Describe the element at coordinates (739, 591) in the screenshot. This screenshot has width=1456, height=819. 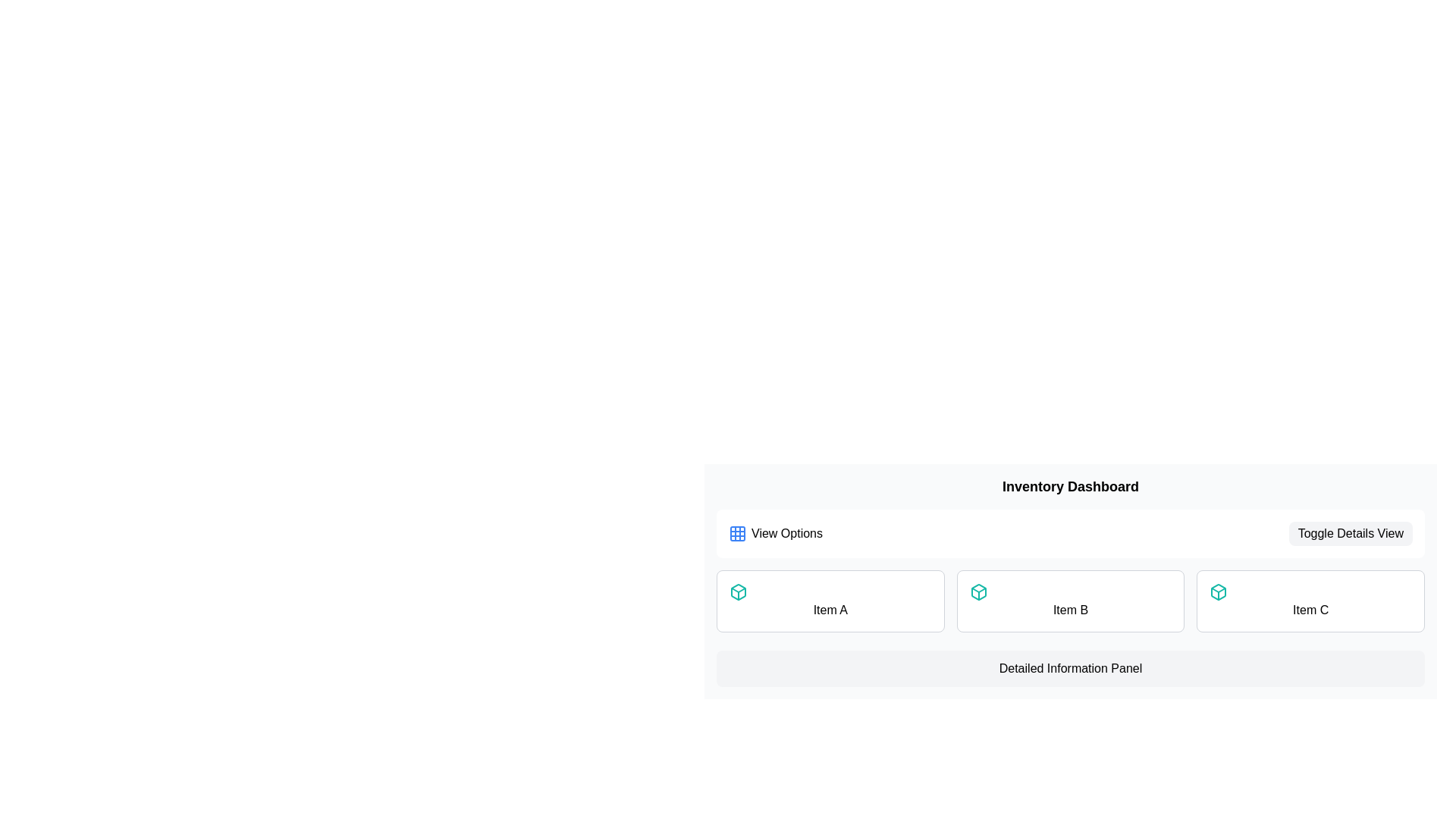
I see `the icon representing 'Item A', which is the first in a set of three icons arranged horizontally beneath the text label 'Item A' on the main dashboard interface` at that location.